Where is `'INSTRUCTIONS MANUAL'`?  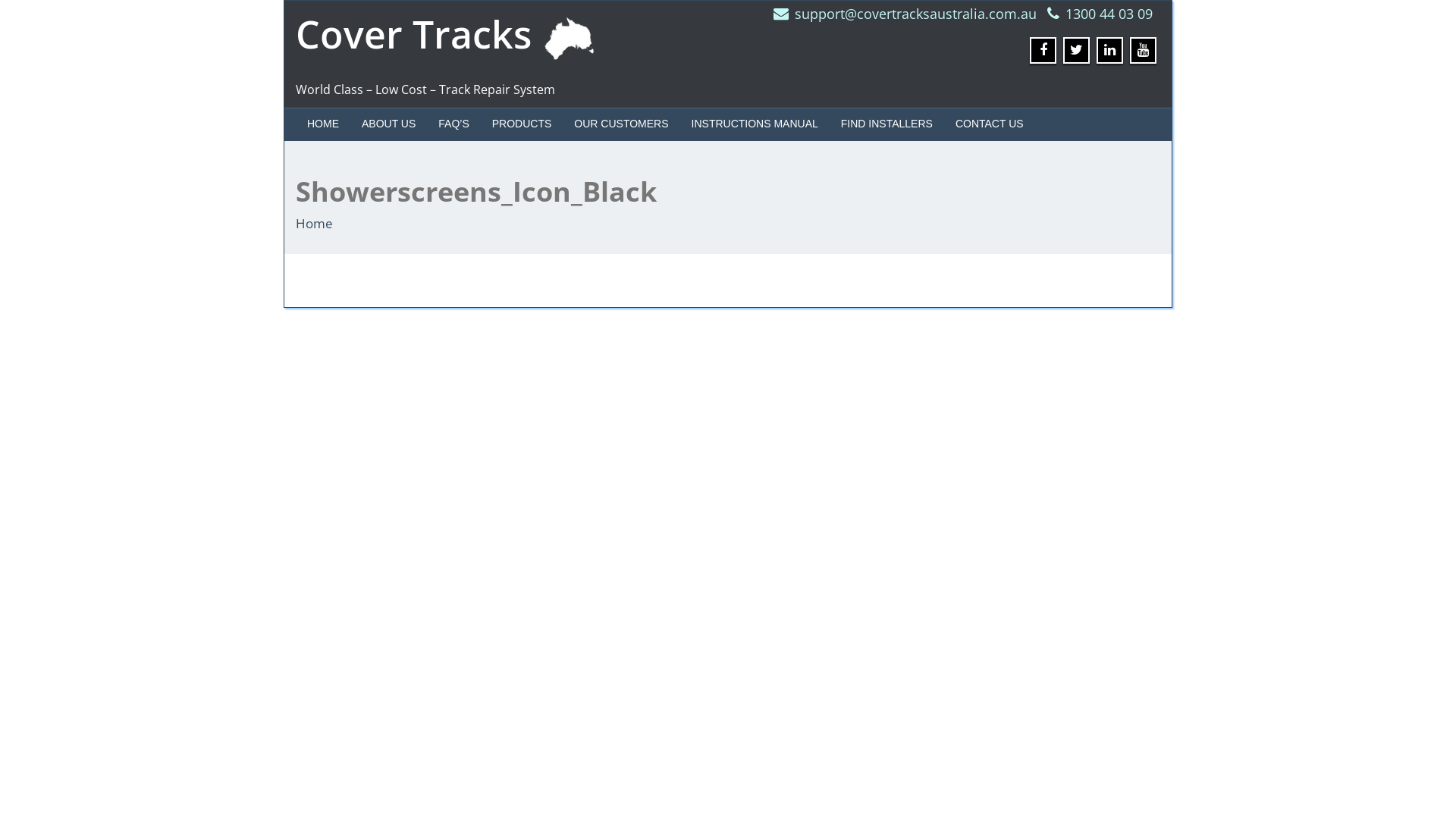 'INSTRUCTIONS MANUAL' is located at coordinates (755, 122).